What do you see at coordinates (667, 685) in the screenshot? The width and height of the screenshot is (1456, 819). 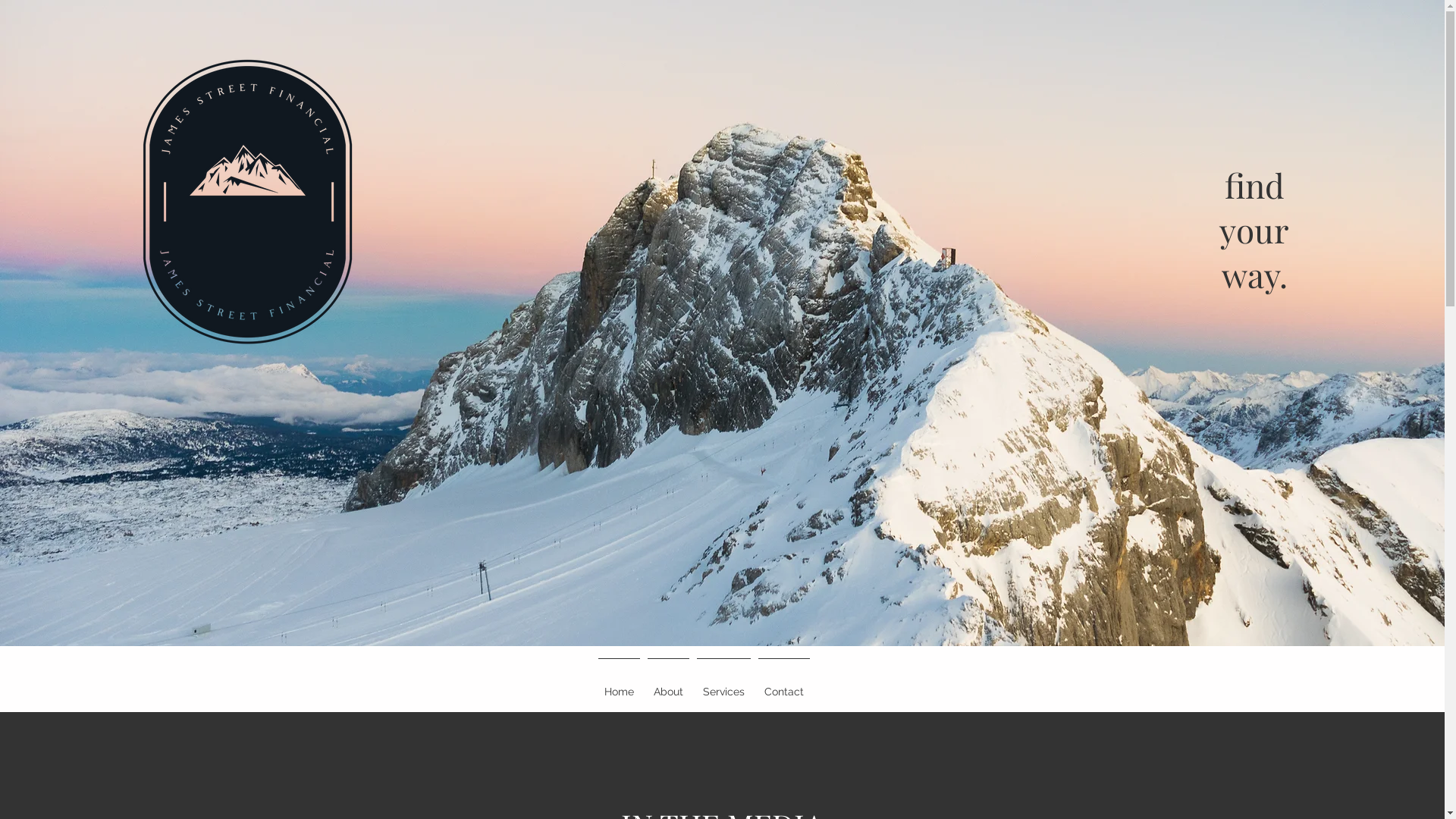 I see `'About'` at bounding box center [667, 685].